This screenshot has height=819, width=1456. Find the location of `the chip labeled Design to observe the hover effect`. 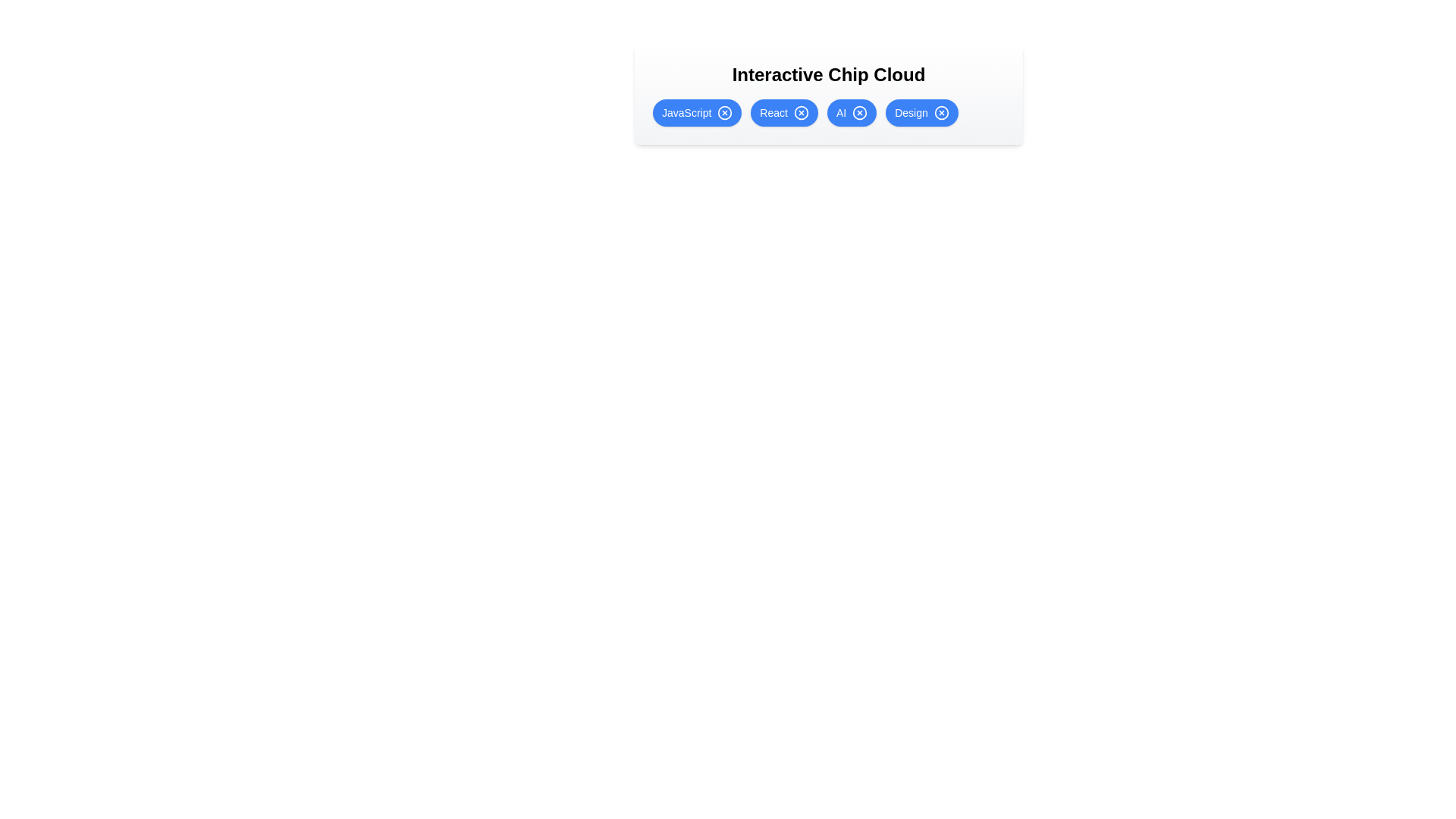

the chip labeled Design to observe the hover effect is located at coordinates (921, 112).